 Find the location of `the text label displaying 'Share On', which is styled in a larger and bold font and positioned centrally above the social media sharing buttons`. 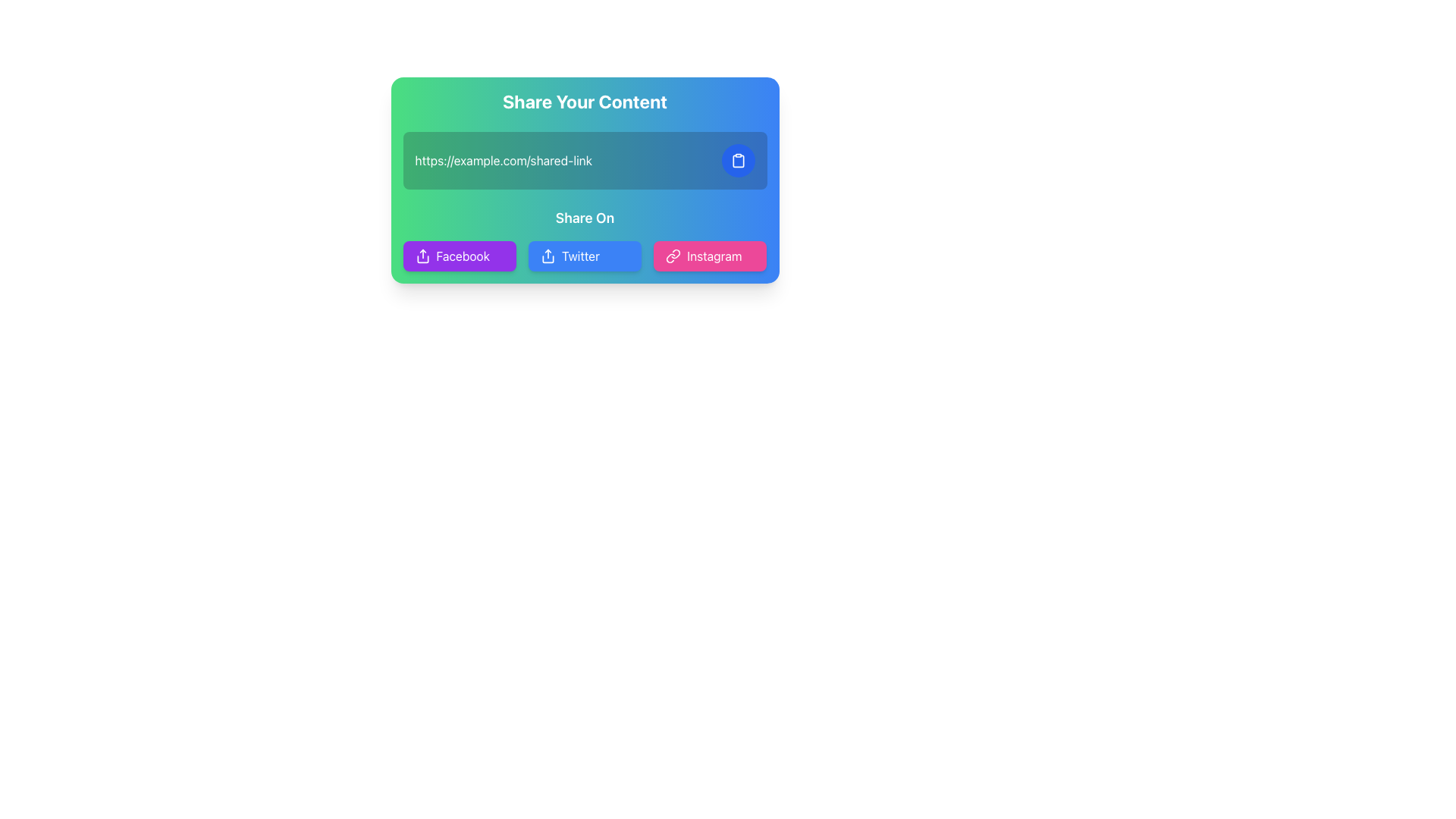

the text label displaying 'Share On', which is styled in a larger and bold font and positioned centrally above the social media sharing buttons is located at coordinates (584, 218).